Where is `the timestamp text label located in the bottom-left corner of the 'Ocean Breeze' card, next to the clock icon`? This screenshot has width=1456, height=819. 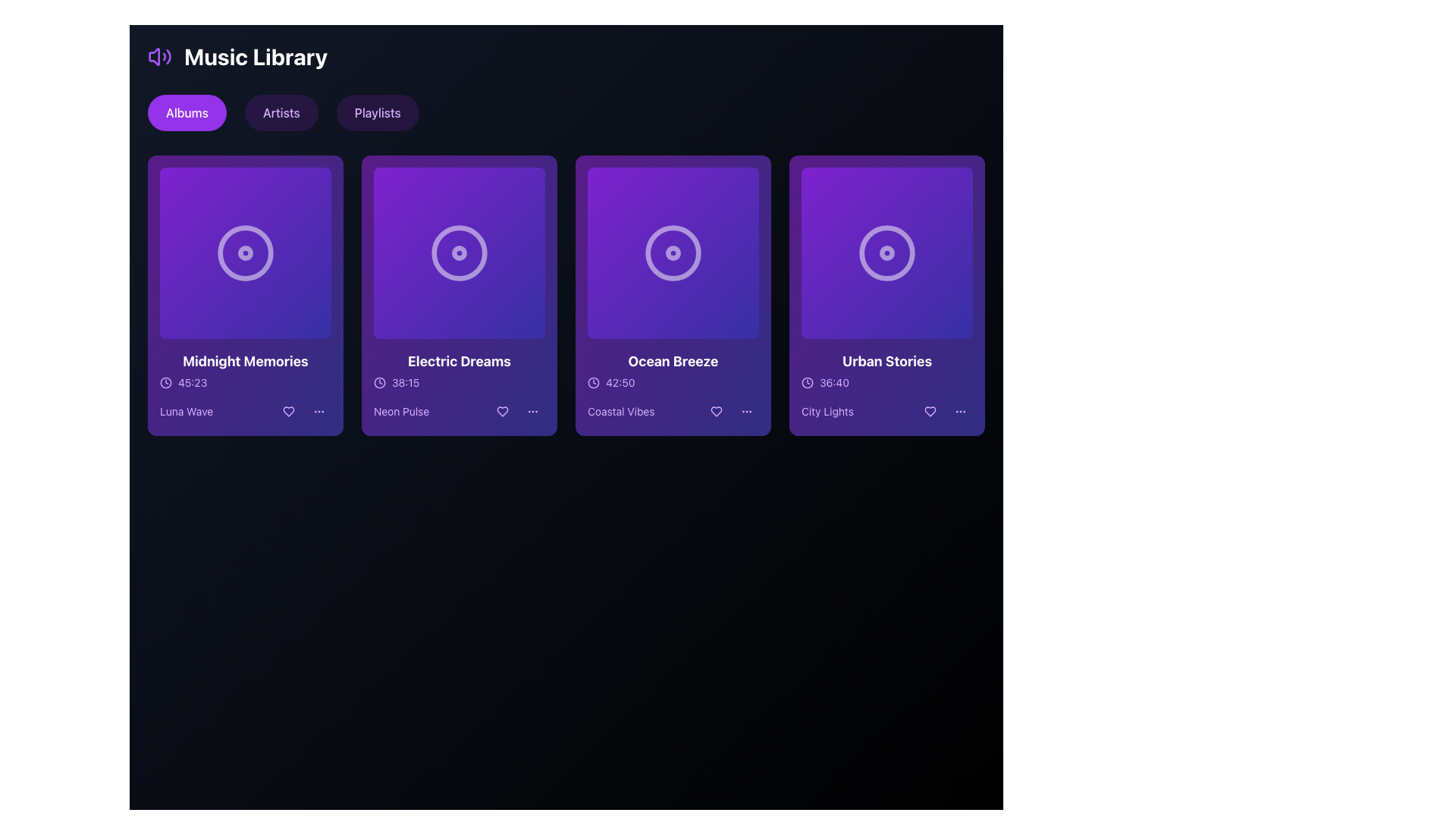 the timestamp text label located in the bottom-left corner of the 'Ocean Breeze' card, next to the clock icon is located at coordinates (620, 382).